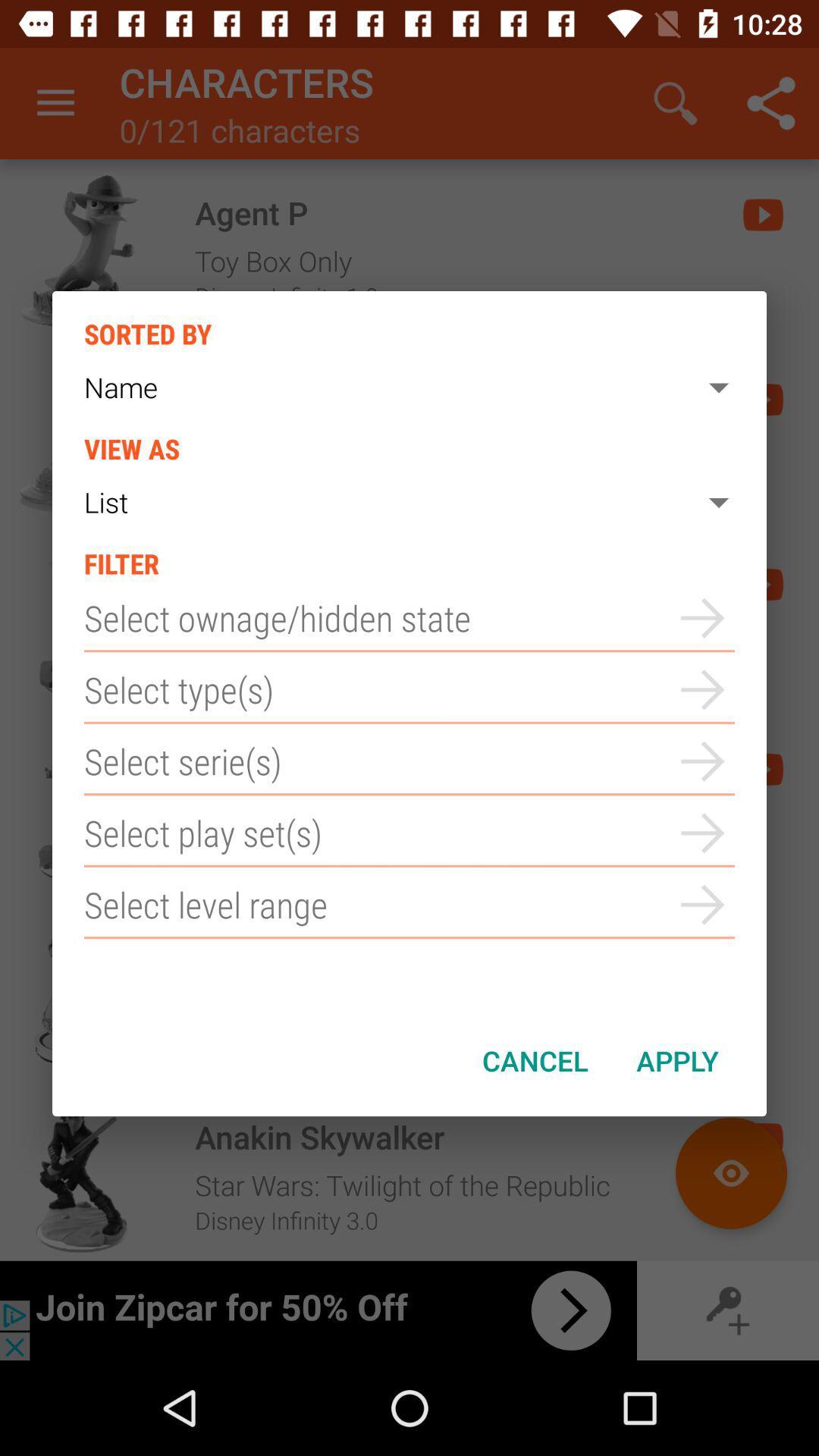 The image size is (819, 1456). Describe the element at coordinates (409, 905) in the screenshot. I see `level range` at that location.